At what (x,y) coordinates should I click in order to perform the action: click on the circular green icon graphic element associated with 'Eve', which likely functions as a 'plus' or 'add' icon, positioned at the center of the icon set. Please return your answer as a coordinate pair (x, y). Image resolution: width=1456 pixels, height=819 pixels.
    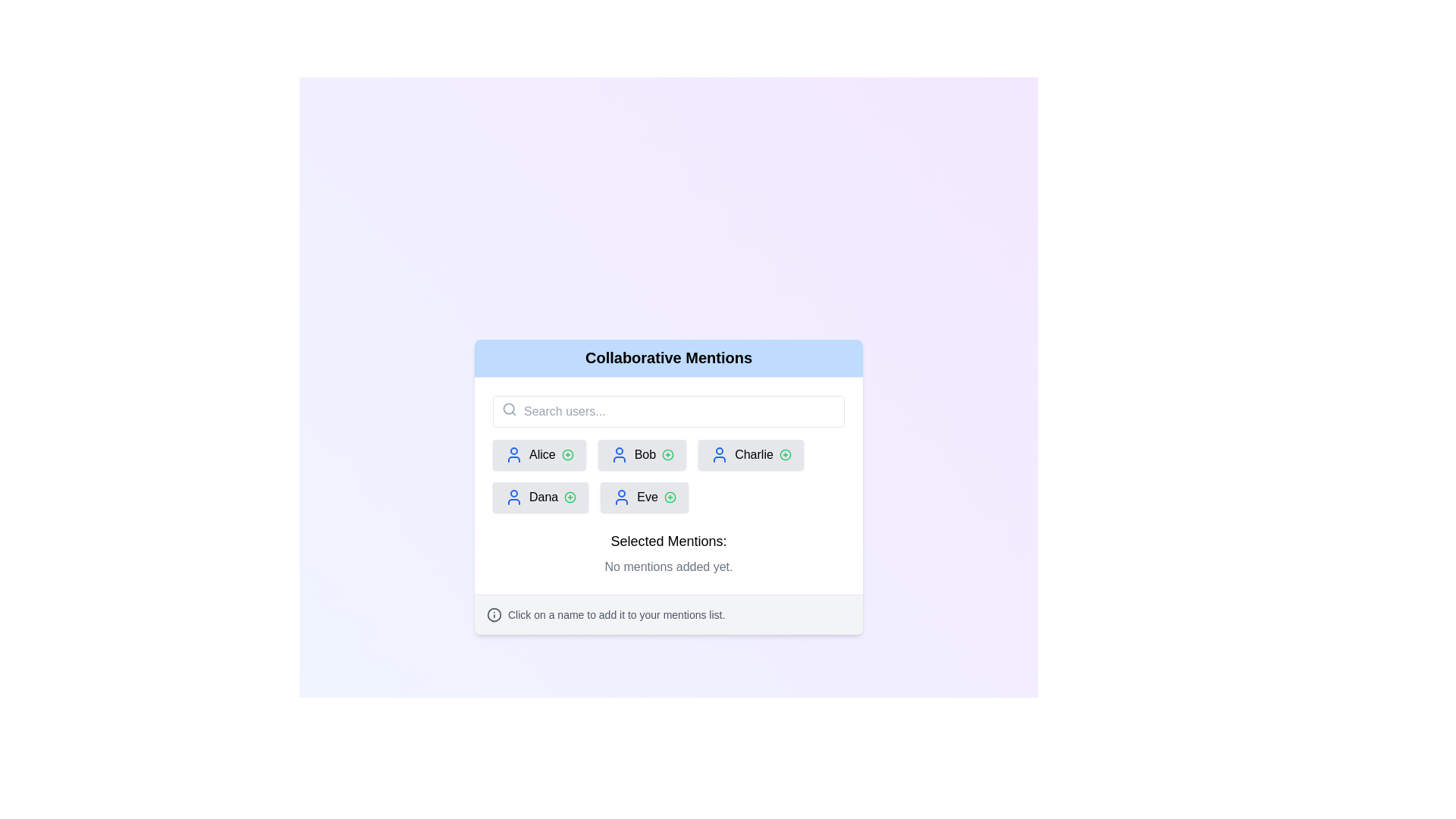
    Looking at the image, I should click on (669, 497).